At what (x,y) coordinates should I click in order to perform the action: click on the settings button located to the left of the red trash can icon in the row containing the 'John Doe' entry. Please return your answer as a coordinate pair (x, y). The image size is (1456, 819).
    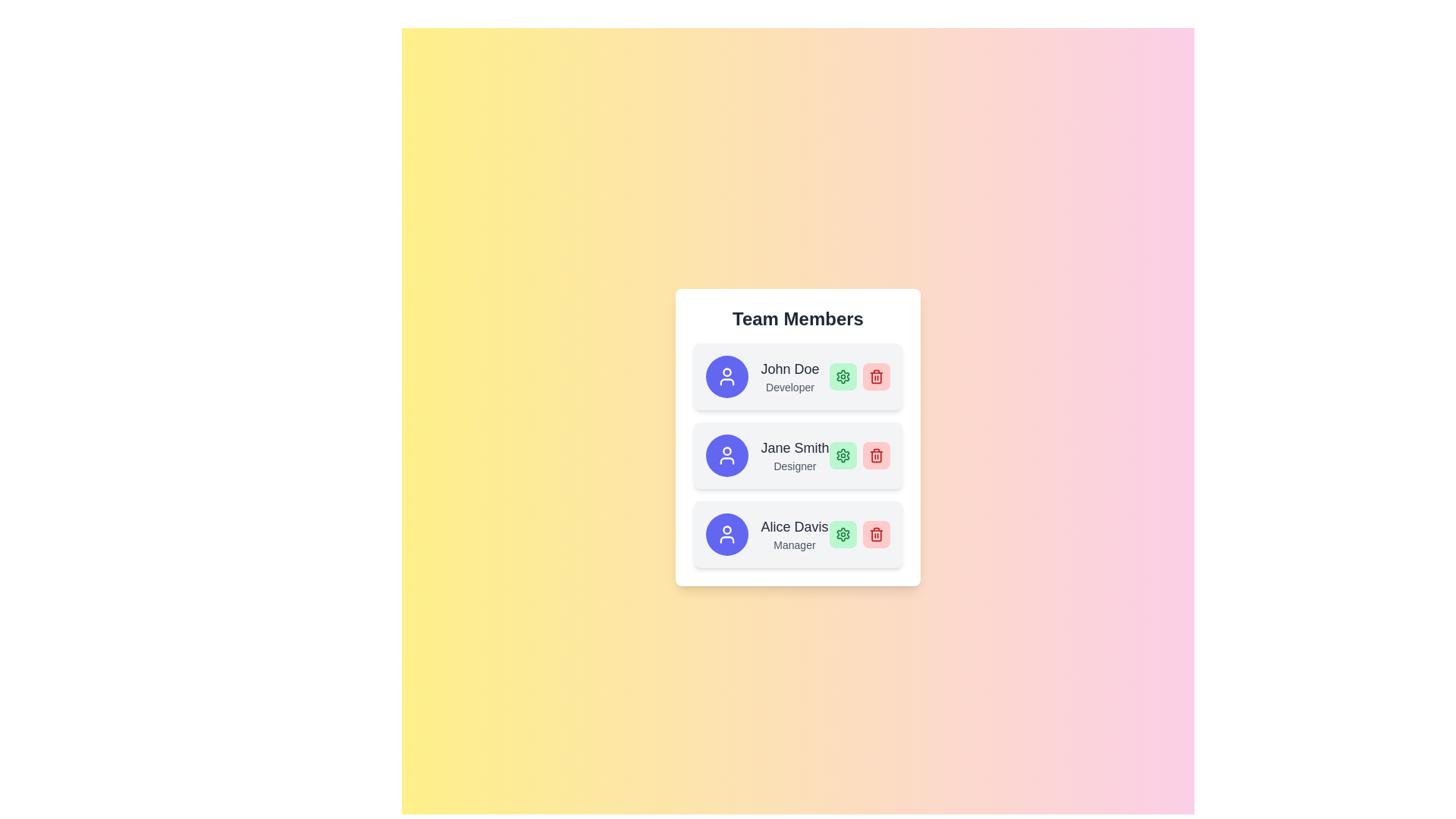
    Looking at the image, I should click on (842, 376).